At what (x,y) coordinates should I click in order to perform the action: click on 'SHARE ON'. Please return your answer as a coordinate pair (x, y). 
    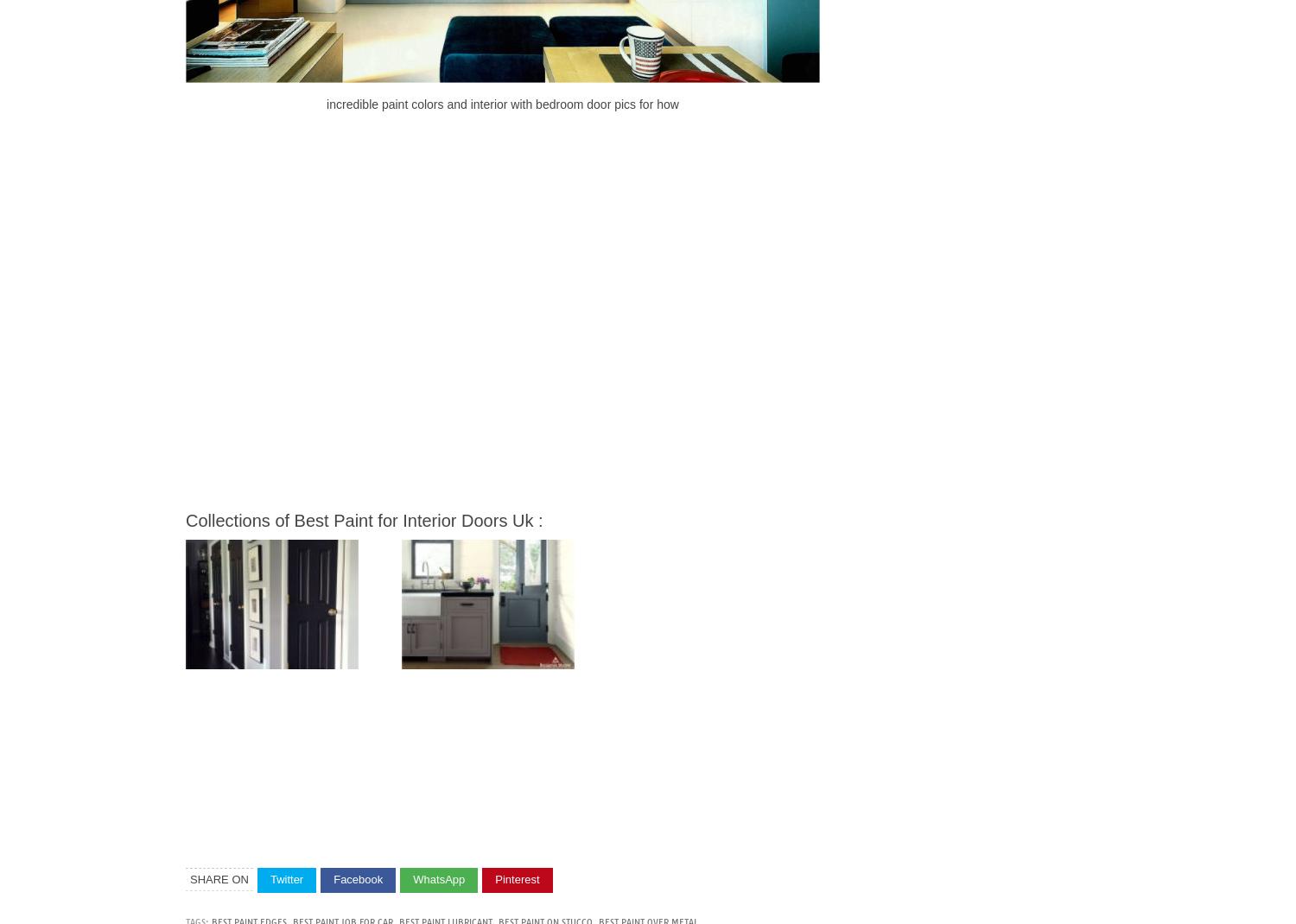
    Looking at the image, I should click on (219, 878).